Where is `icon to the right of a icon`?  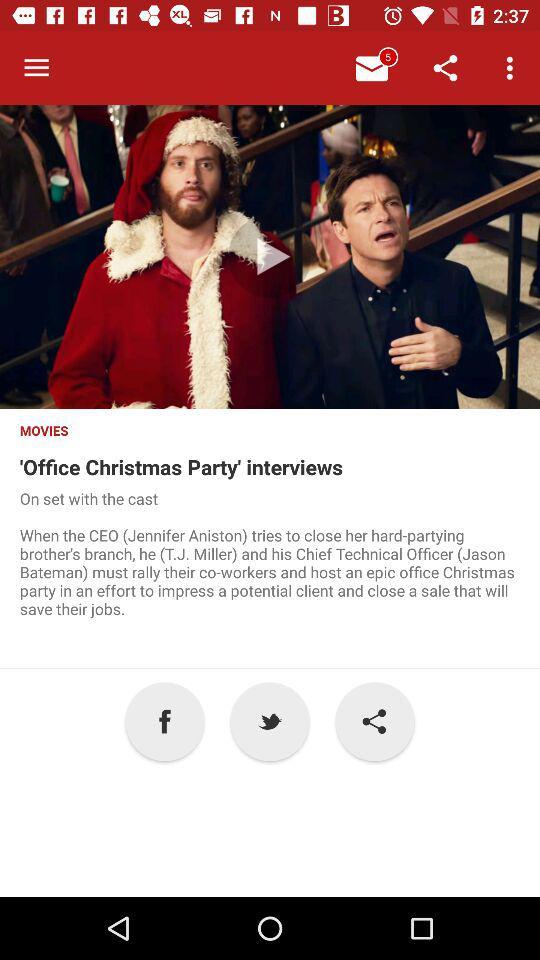 icon to the right of a icon is located at coordinates (270, 720).